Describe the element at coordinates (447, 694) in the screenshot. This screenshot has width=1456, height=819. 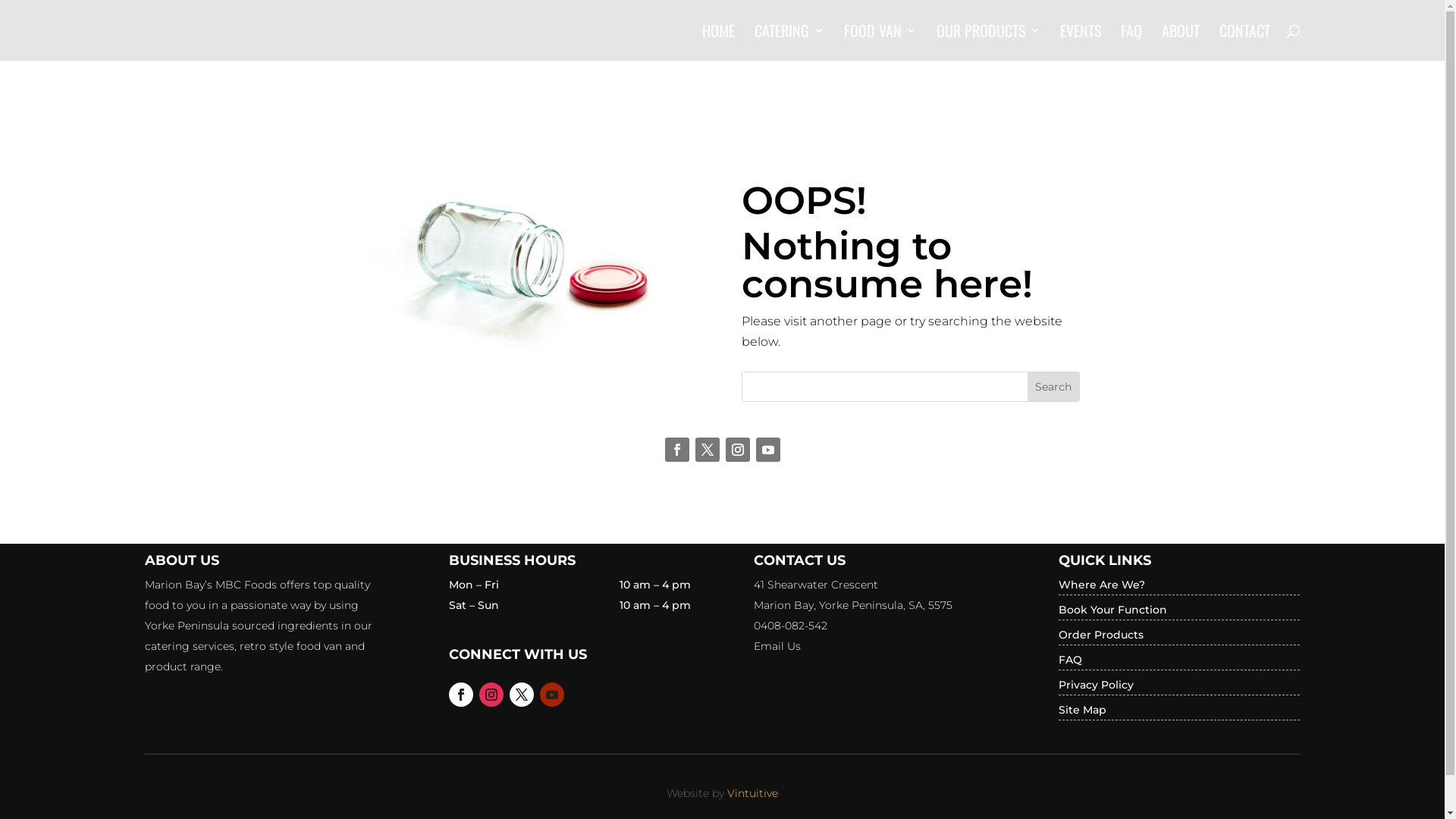
I see `'Follow on Facebook'` at that location.